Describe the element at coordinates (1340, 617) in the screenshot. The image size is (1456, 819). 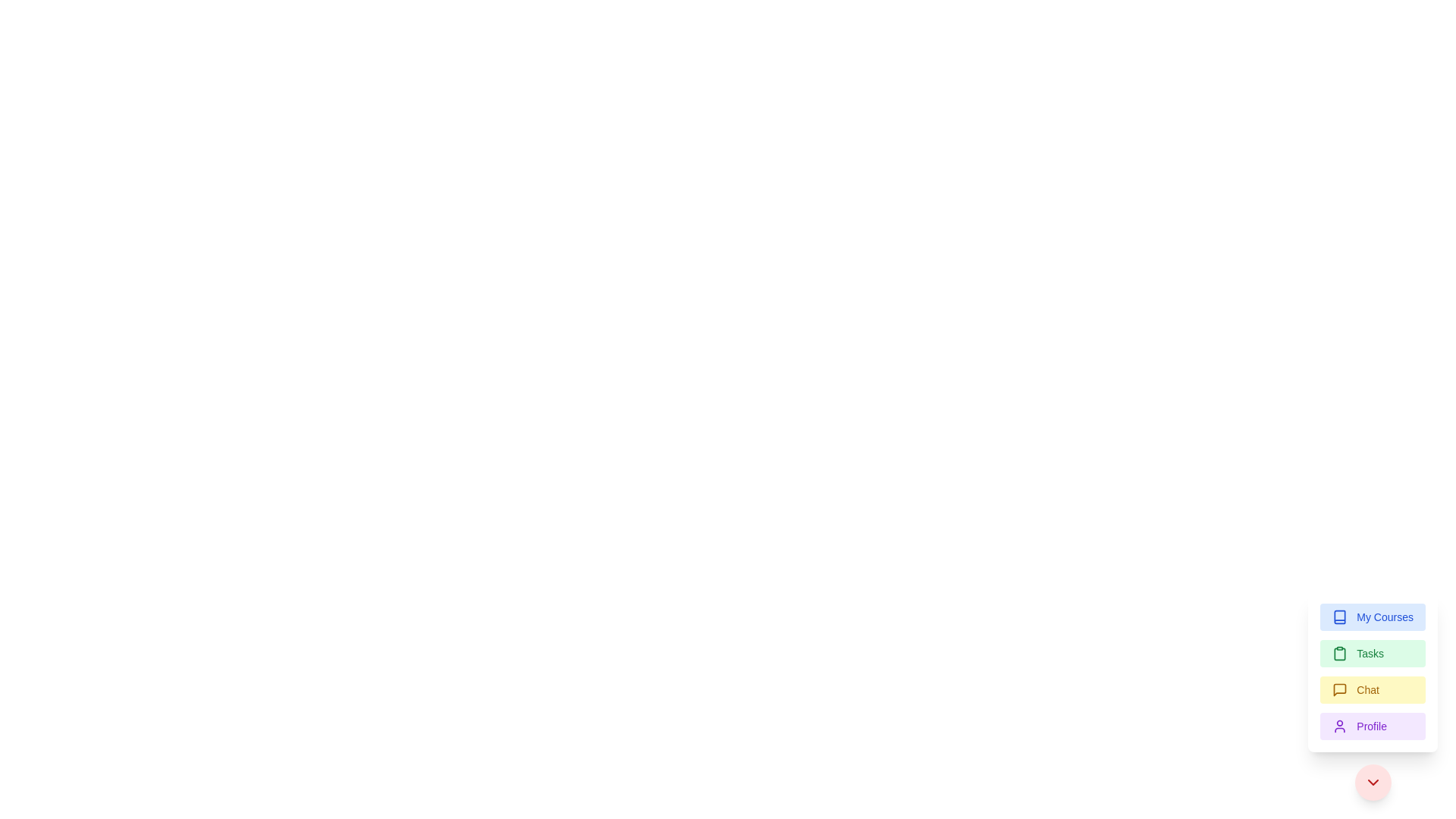
I see `the decorative icon associated with the 'My Courses' button located at the bottom-right of the vertical menu bar` at that location.